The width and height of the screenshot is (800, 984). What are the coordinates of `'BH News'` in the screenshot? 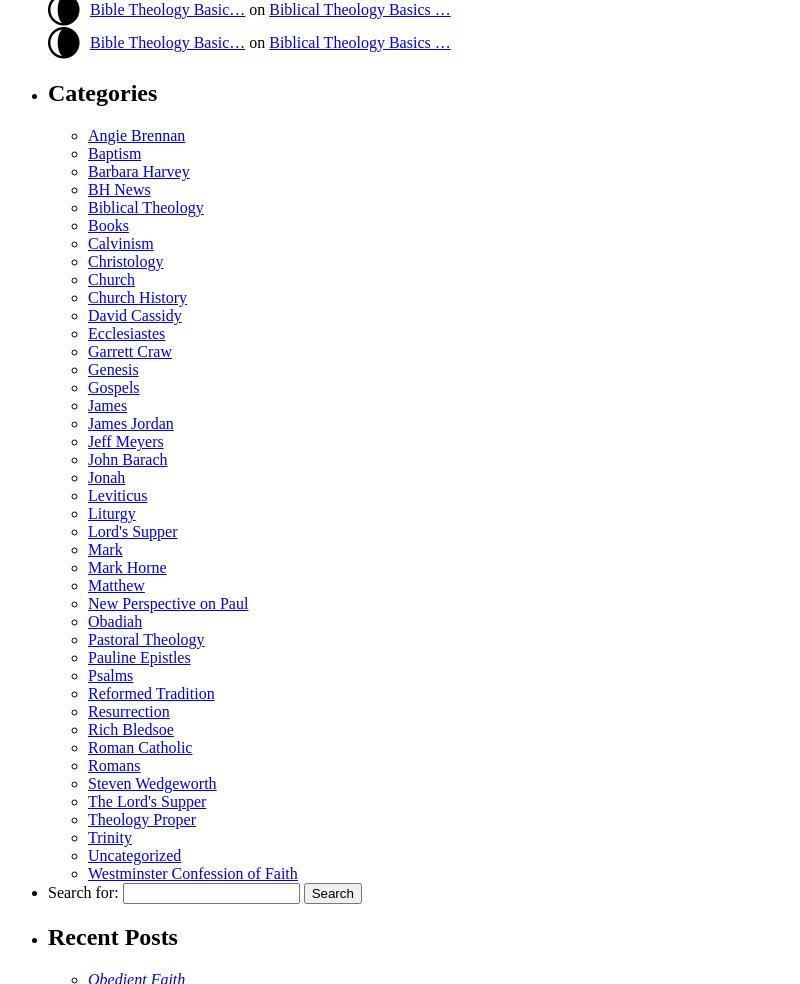 It's located at (117, 189).